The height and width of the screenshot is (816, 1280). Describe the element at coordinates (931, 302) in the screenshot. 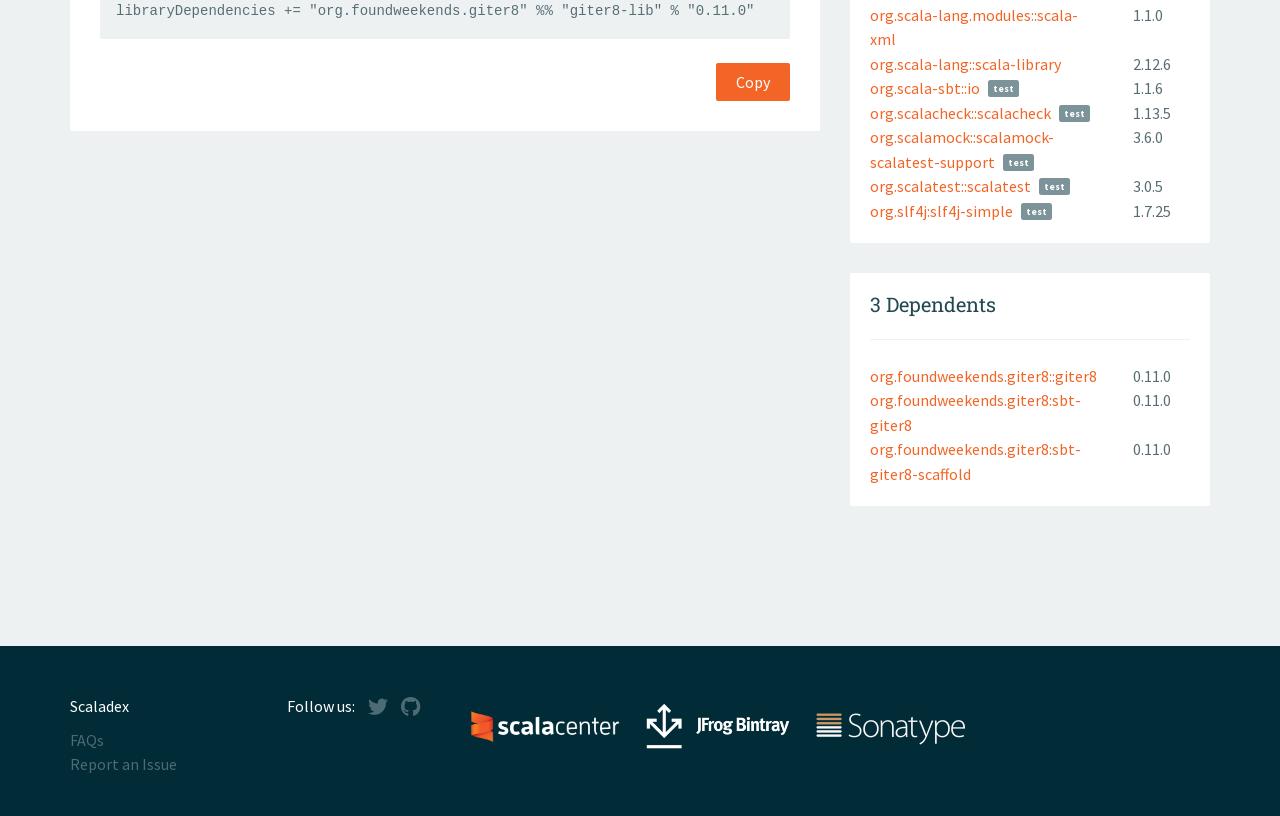

I see `'3 Dependents'` at that location.